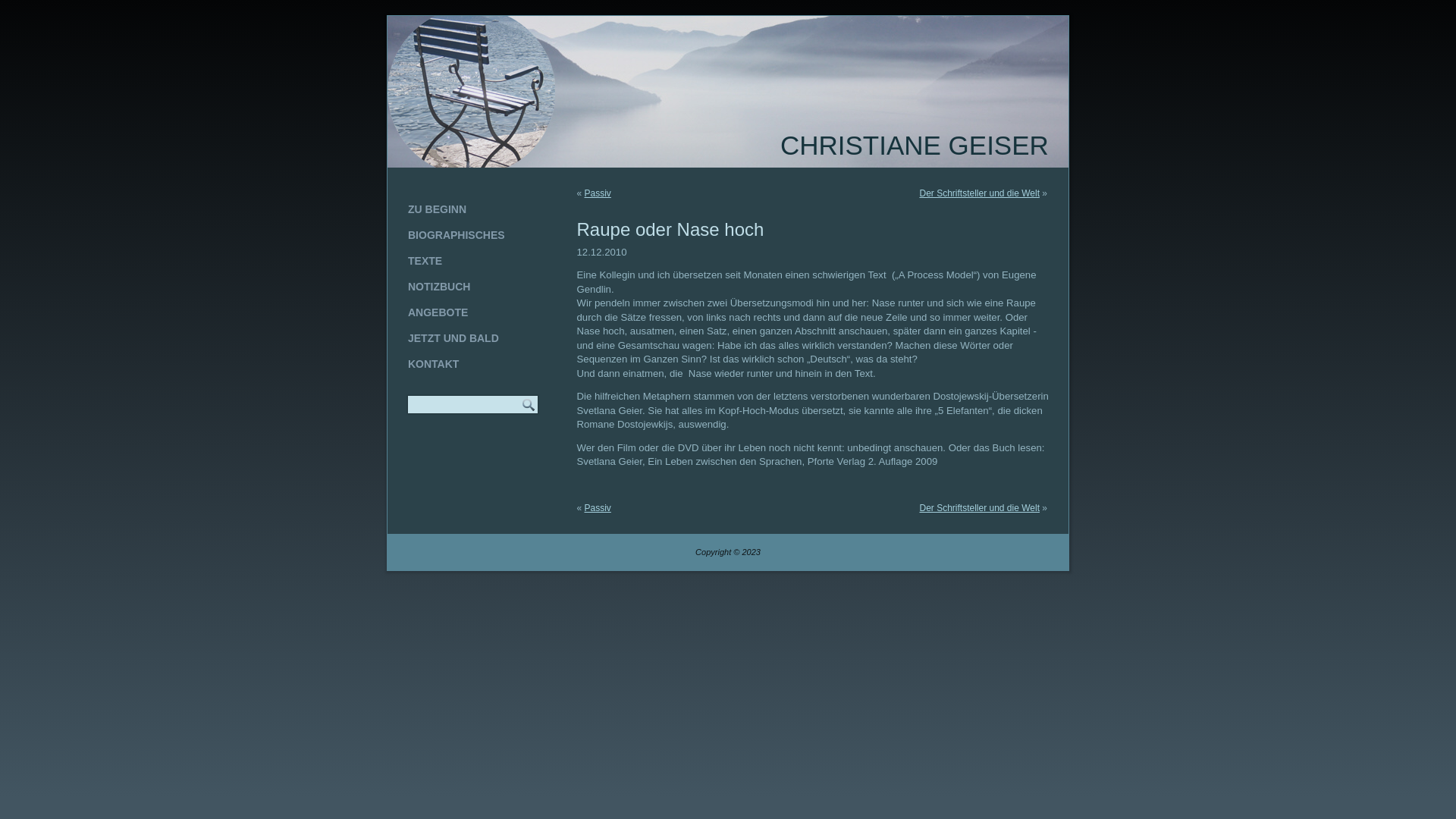 This screenshot has height=819, width=1456. What do you see at coordinates (472, 234) in the screenshot?
I see `'BIOGRAPHISCHES'` at bounding box center [472, 234].